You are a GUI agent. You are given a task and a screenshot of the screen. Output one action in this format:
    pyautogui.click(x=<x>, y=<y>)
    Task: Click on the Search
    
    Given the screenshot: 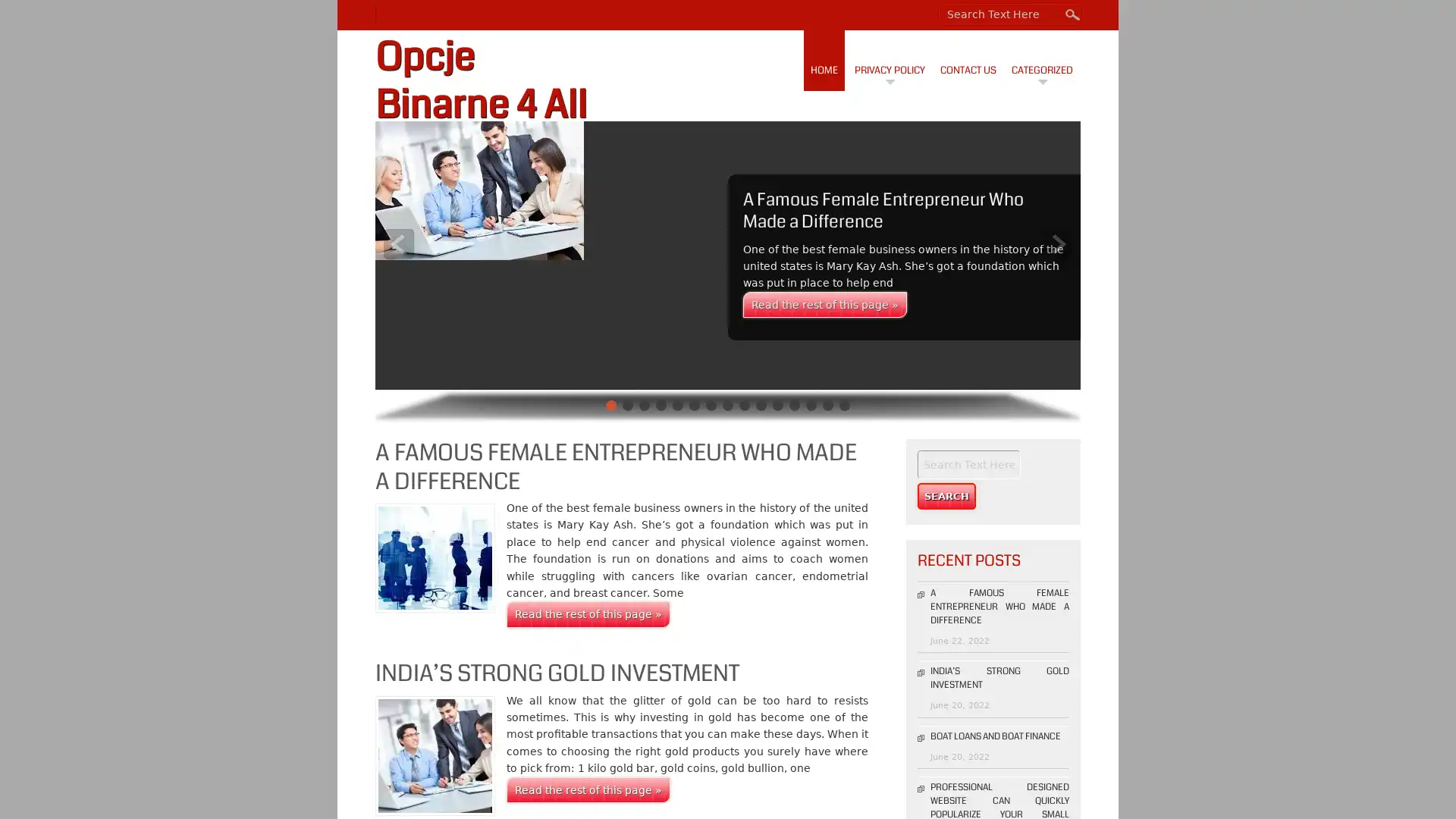 What is the action you would take?
    pyautogui.click(x=946, y=496)
    